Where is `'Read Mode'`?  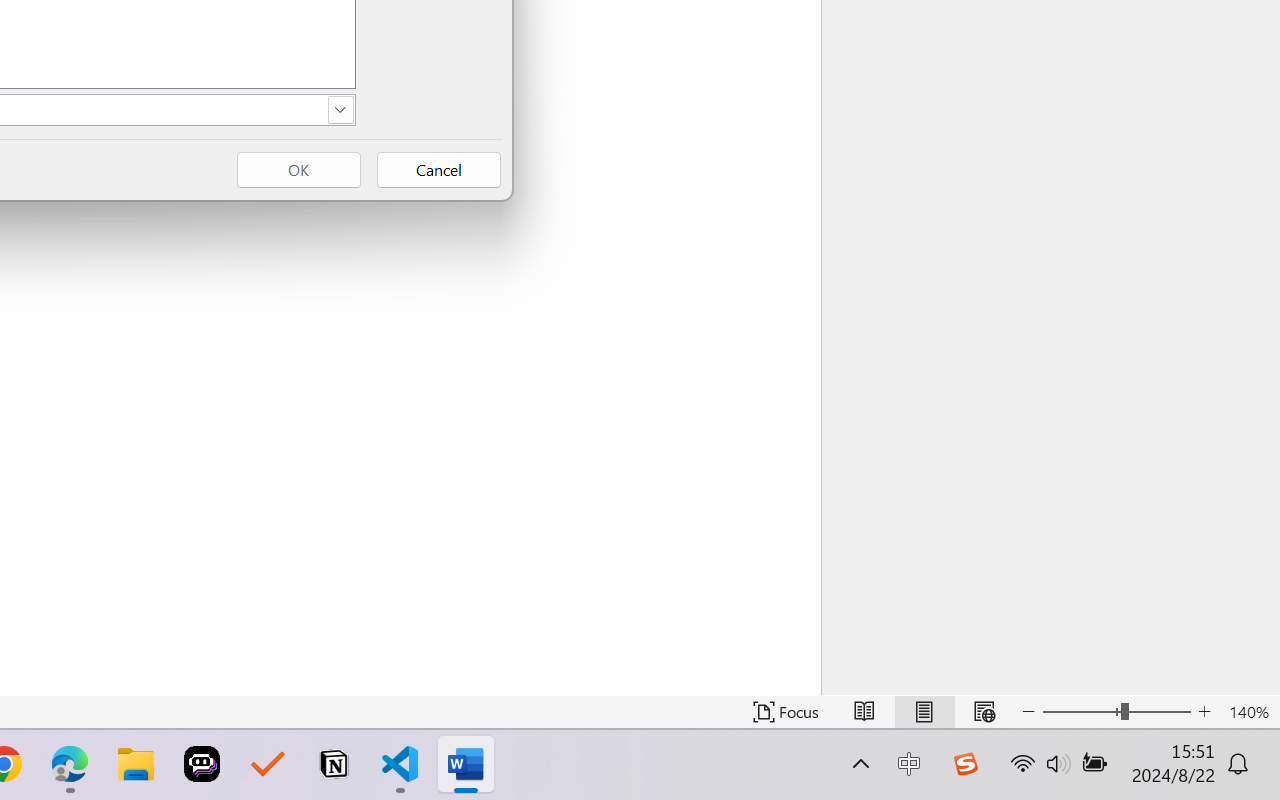 'Read Mode' is located at coordinates (864, 711).